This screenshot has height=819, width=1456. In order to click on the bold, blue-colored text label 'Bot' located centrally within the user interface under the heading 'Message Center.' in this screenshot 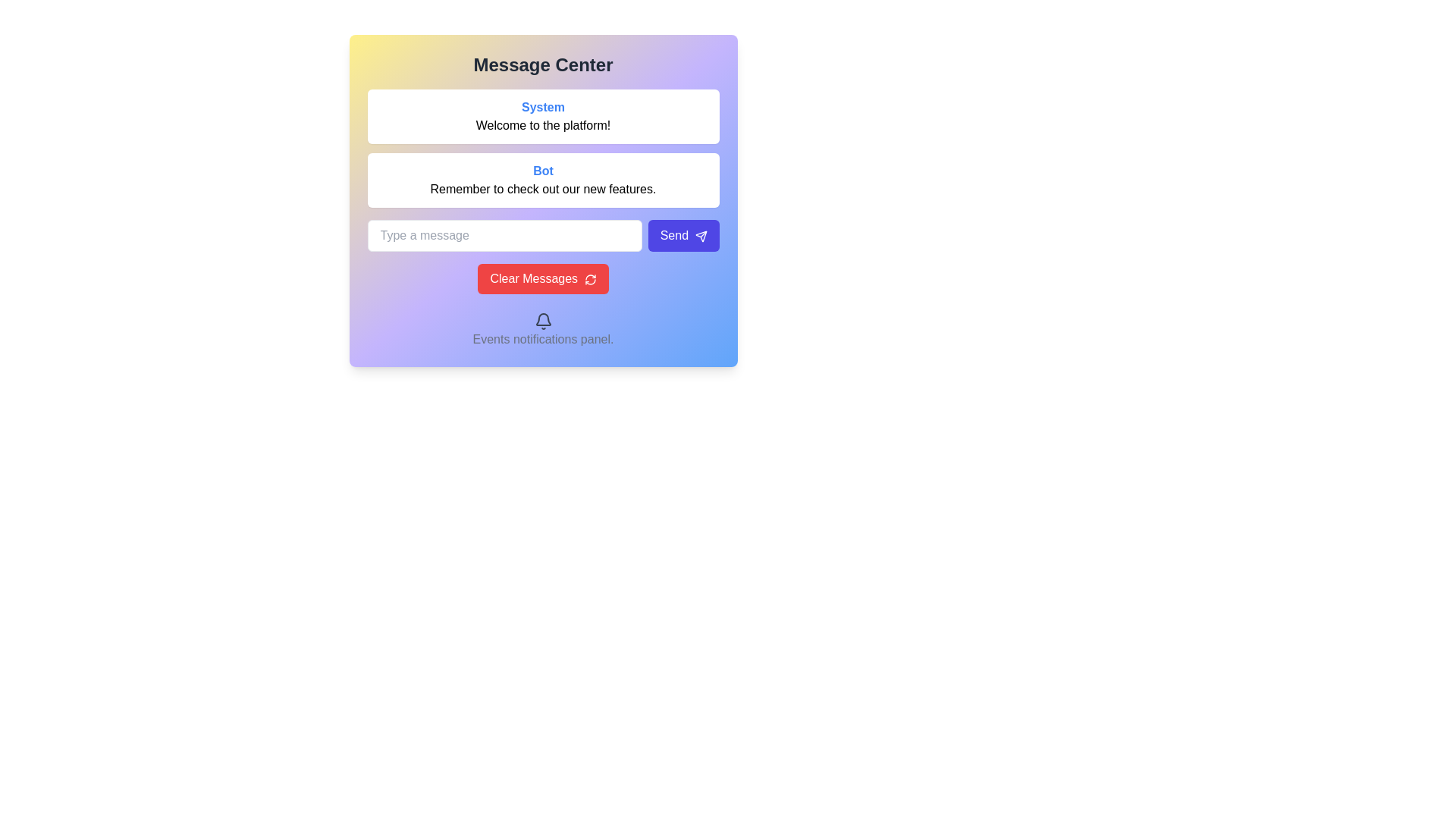, I will do `click(543, 171)`.